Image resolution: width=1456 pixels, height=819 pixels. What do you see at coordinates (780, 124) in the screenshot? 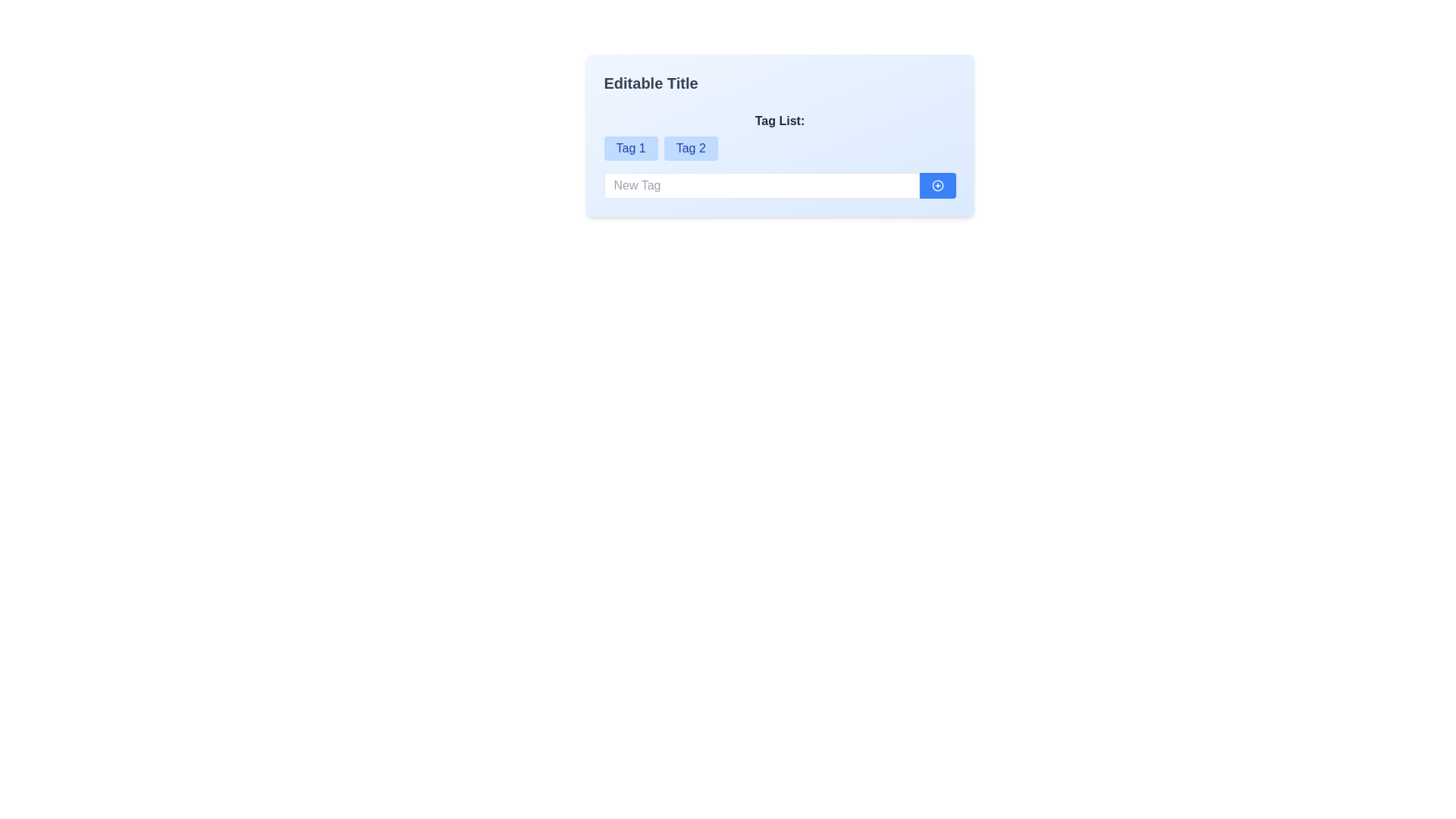
I see `the text label that serves as a header for the list of tags, located at the top-middle section of the interface, above 'Tag 1' and 'Tag 2'` at bounding box center [780, 124].